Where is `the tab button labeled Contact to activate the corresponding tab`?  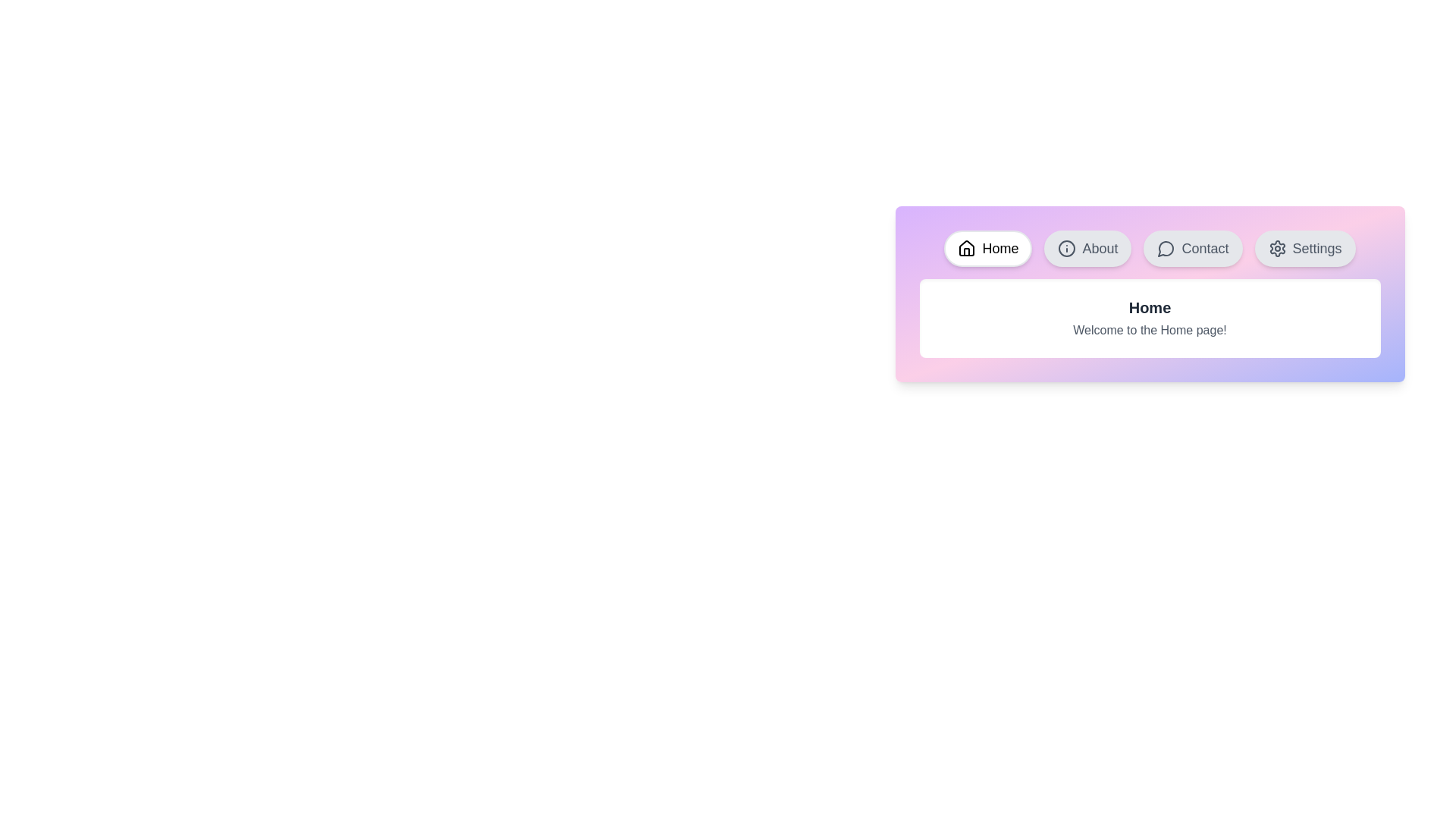
the tab button labeled Contact to activate the corresponding tab is located at coordinates (1192, 247).